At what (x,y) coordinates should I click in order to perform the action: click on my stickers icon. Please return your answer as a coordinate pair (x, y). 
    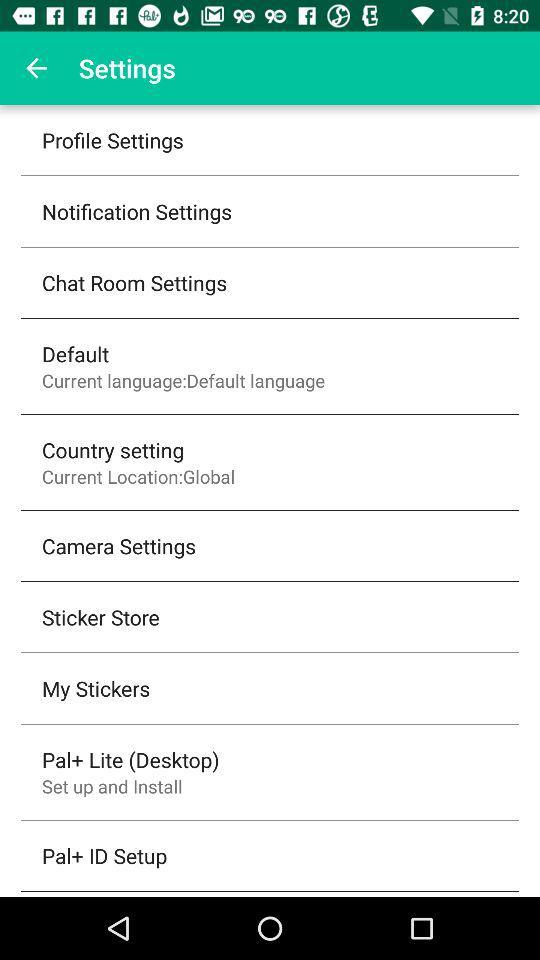
    Looking at the image, I should click on (95, 688).